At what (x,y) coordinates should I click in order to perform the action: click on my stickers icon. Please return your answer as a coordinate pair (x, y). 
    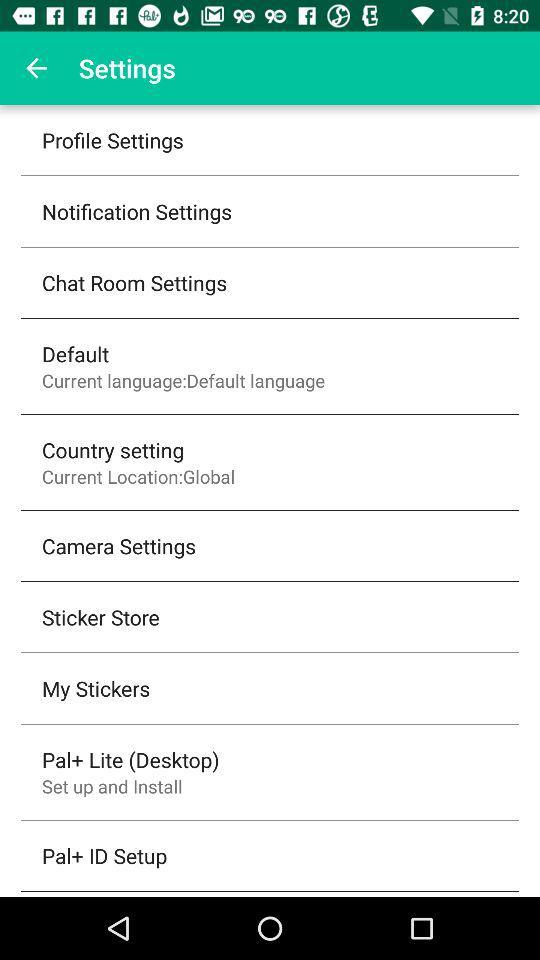
    Looking at the image, I should click on (95, 688).